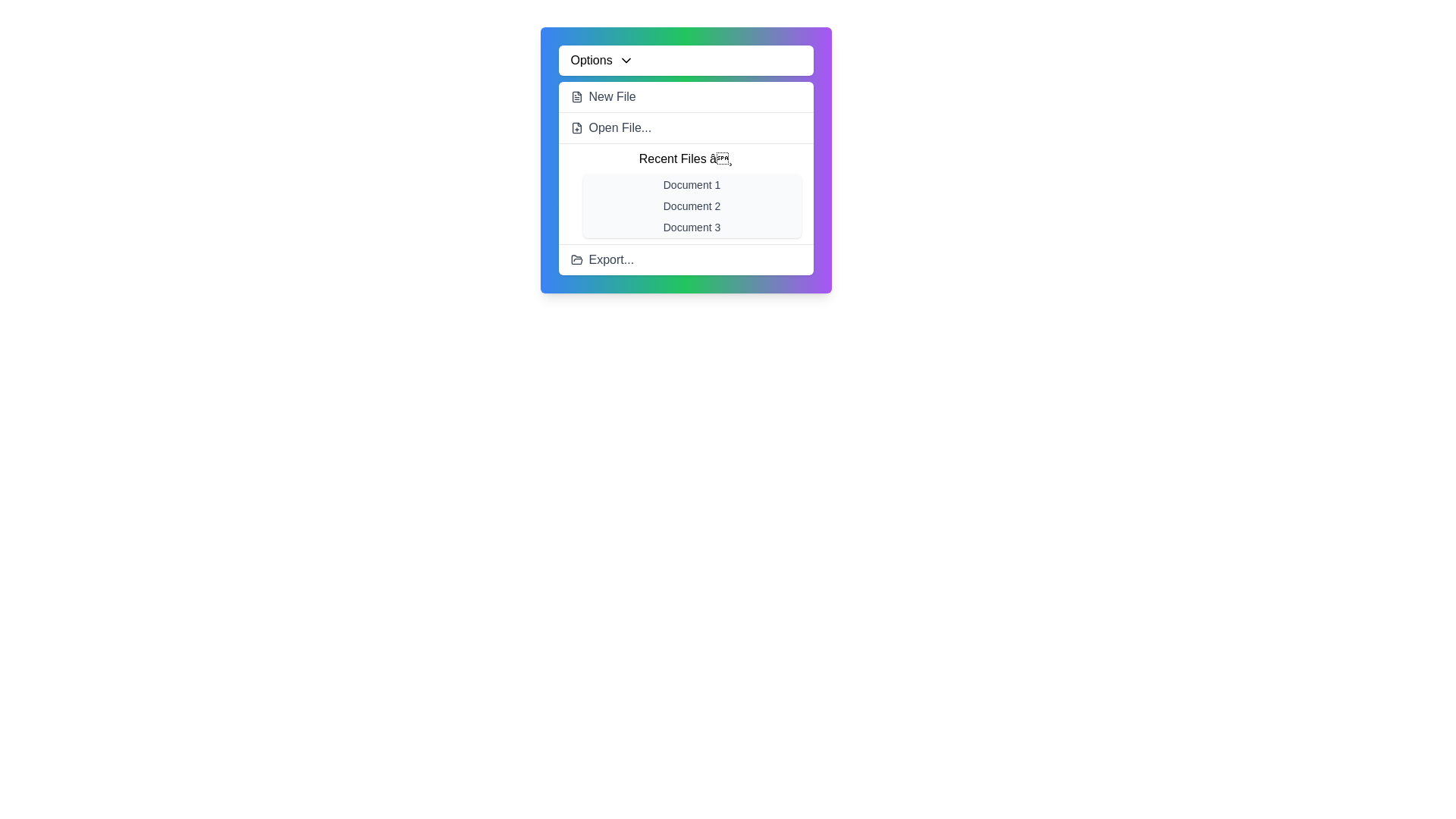  Describe the element at coordinates (691, 206) in the screenshot. I see `the text item representing 'Document 2' in the list to trigger the hover effect` at that location.